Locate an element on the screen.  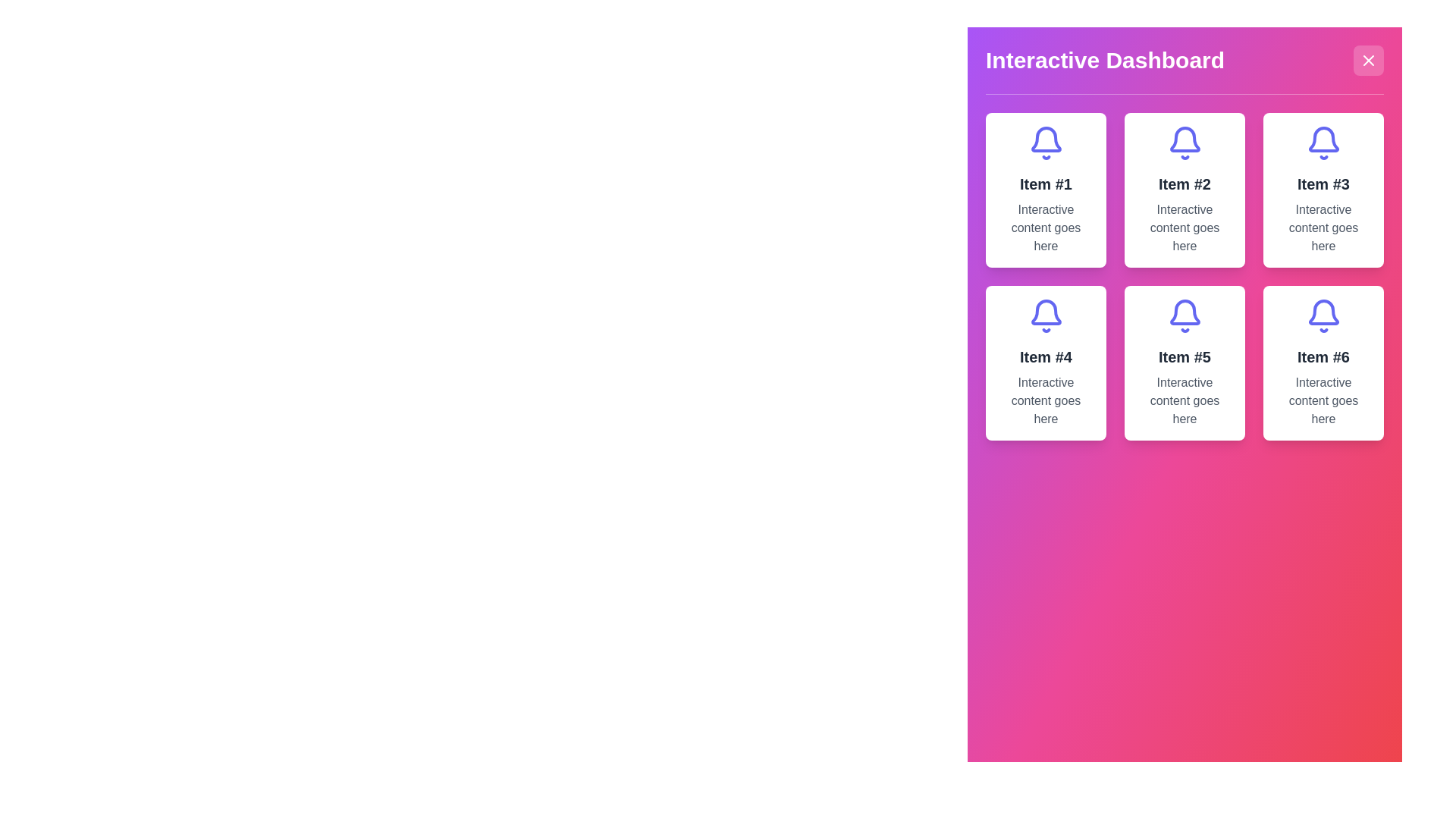
the close button located at the top-right corner of the 'Interactive Dashboard' interface is located at coordinates (1368, 60).